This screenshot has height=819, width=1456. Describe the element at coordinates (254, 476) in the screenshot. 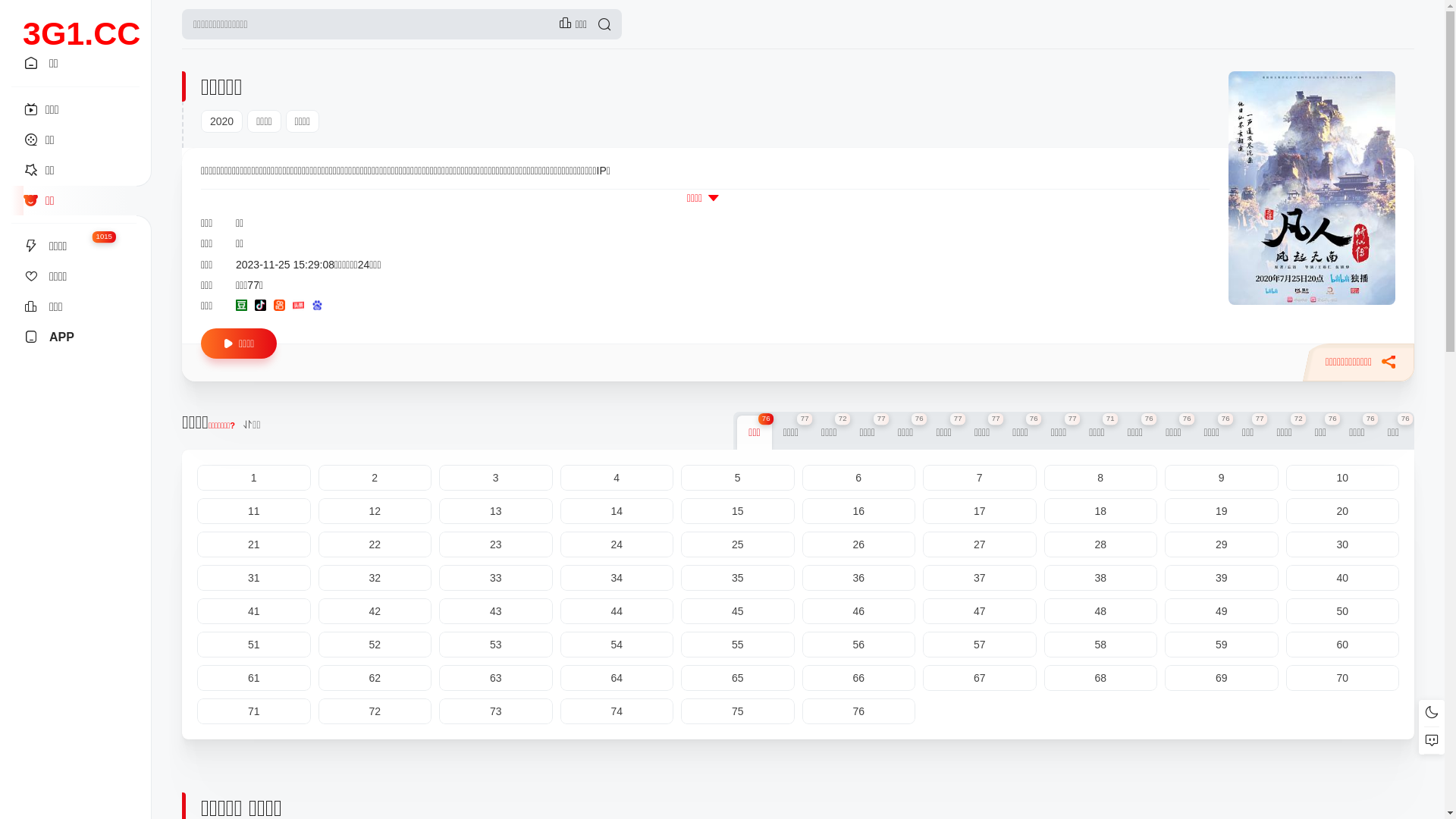

I see `'1'` at that location.